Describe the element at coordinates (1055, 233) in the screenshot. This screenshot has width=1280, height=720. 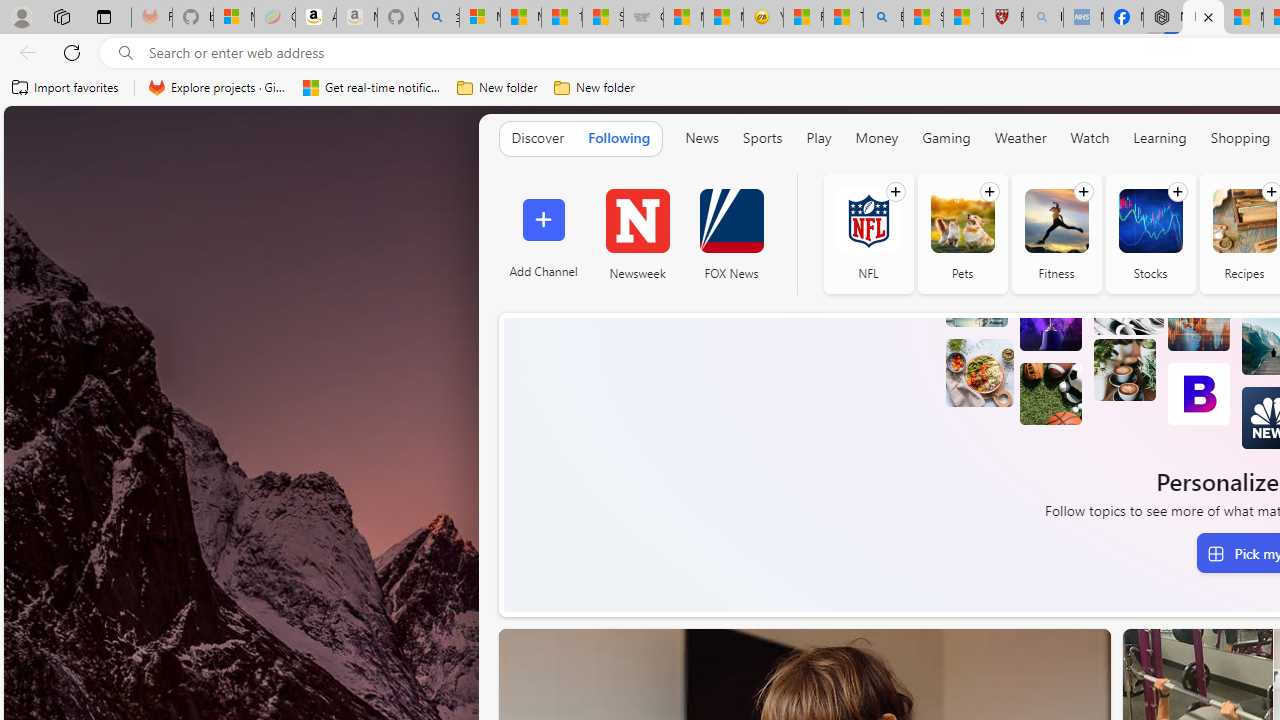
I see `'Fitness'` at that location.